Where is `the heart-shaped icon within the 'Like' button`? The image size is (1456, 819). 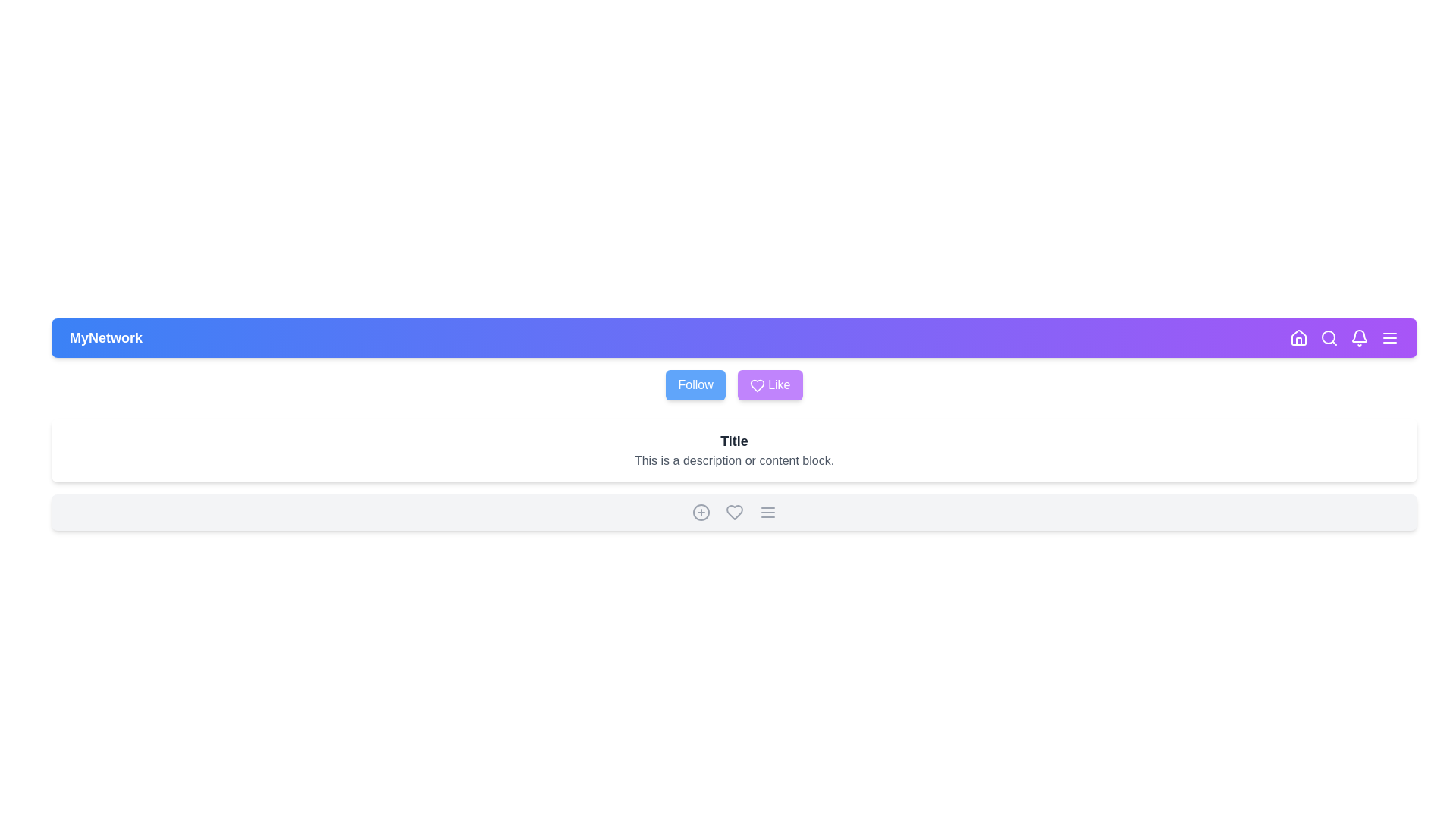 the heart-shaped icon within the 'Like' button is located at coordinates (757, 384).